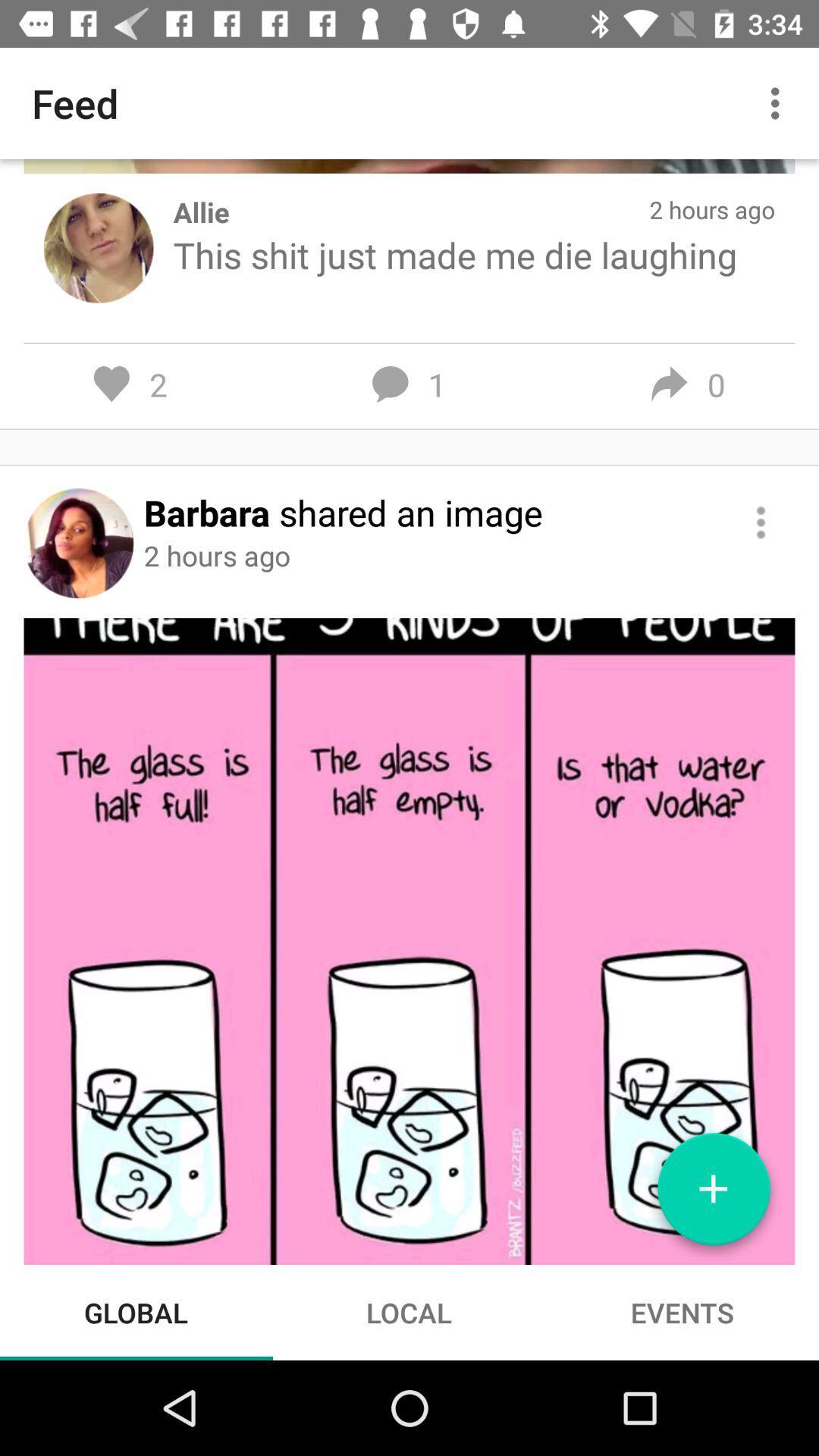 Image resolution: width=819 pixels, height=1456 pixels. Describe the element at coordinates (779, 102) in the screenshot. I see `the icon next to the feed` at that location.